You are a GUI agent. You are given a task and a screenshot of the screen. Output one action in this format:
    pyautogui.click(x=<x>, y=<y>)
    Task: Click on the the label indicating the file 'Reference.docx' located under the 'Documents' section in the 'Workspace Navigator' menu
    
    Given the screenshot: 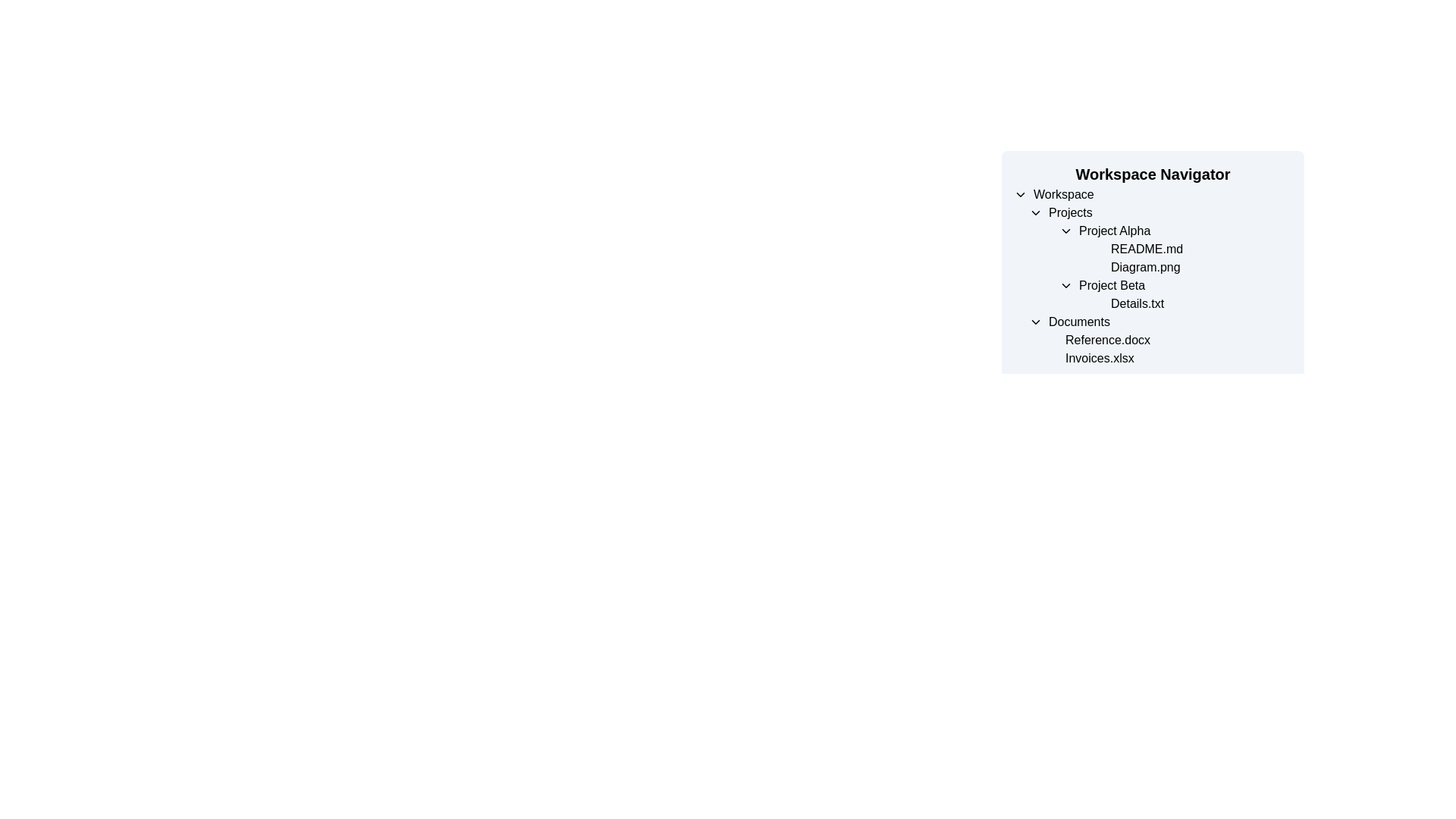 What is the action you would take?
    pyautogui.click(x=1108, y=339)
    